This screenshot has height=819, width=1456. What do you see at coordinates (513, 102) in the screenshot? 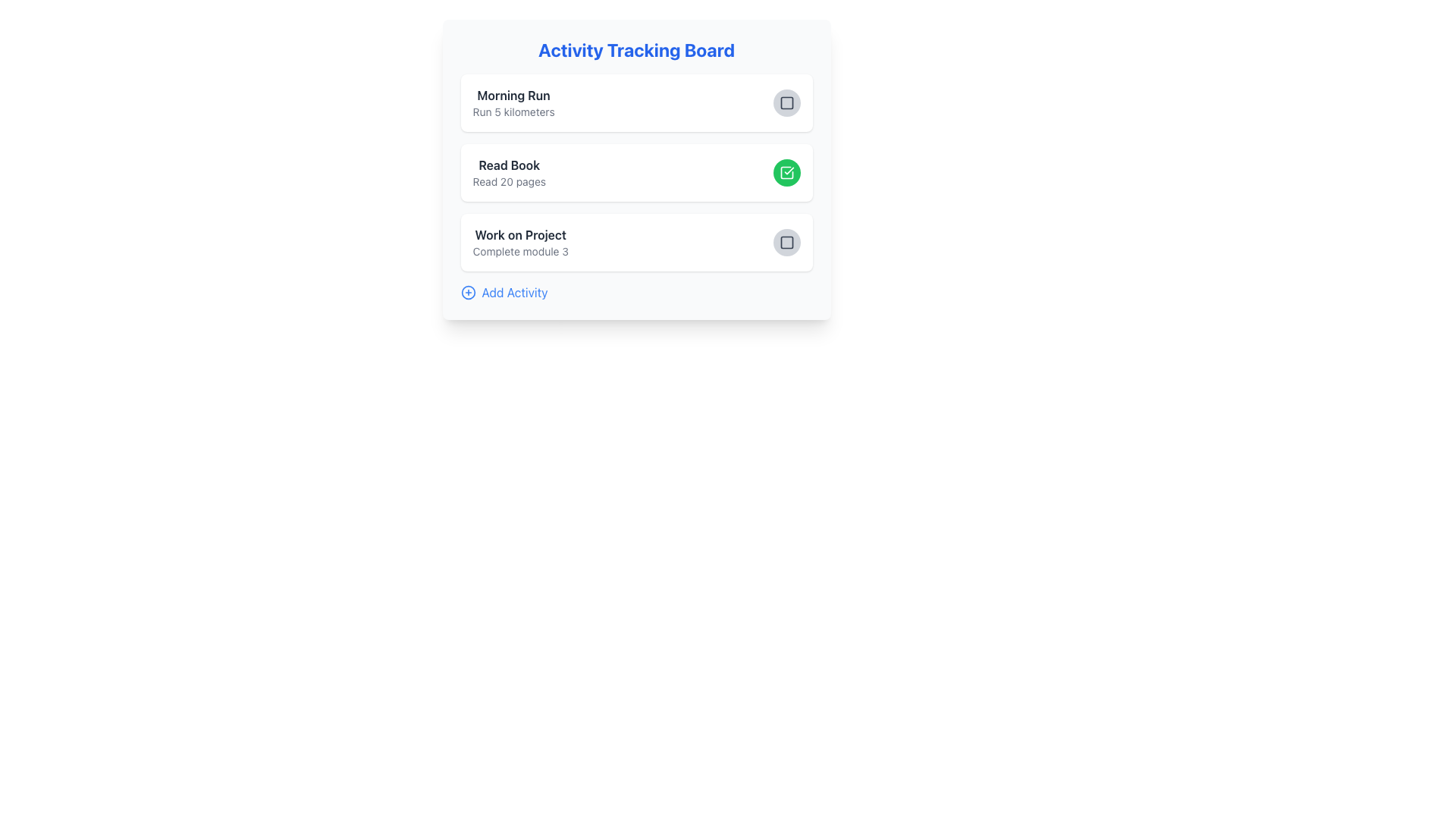
I see `the text element displaying activity information, which includes 'Morning Run' in bold and 'Run 5 kilometers' in smaller font, located in the 'Activity Tracking Board'` at bounding box center [513, 102].